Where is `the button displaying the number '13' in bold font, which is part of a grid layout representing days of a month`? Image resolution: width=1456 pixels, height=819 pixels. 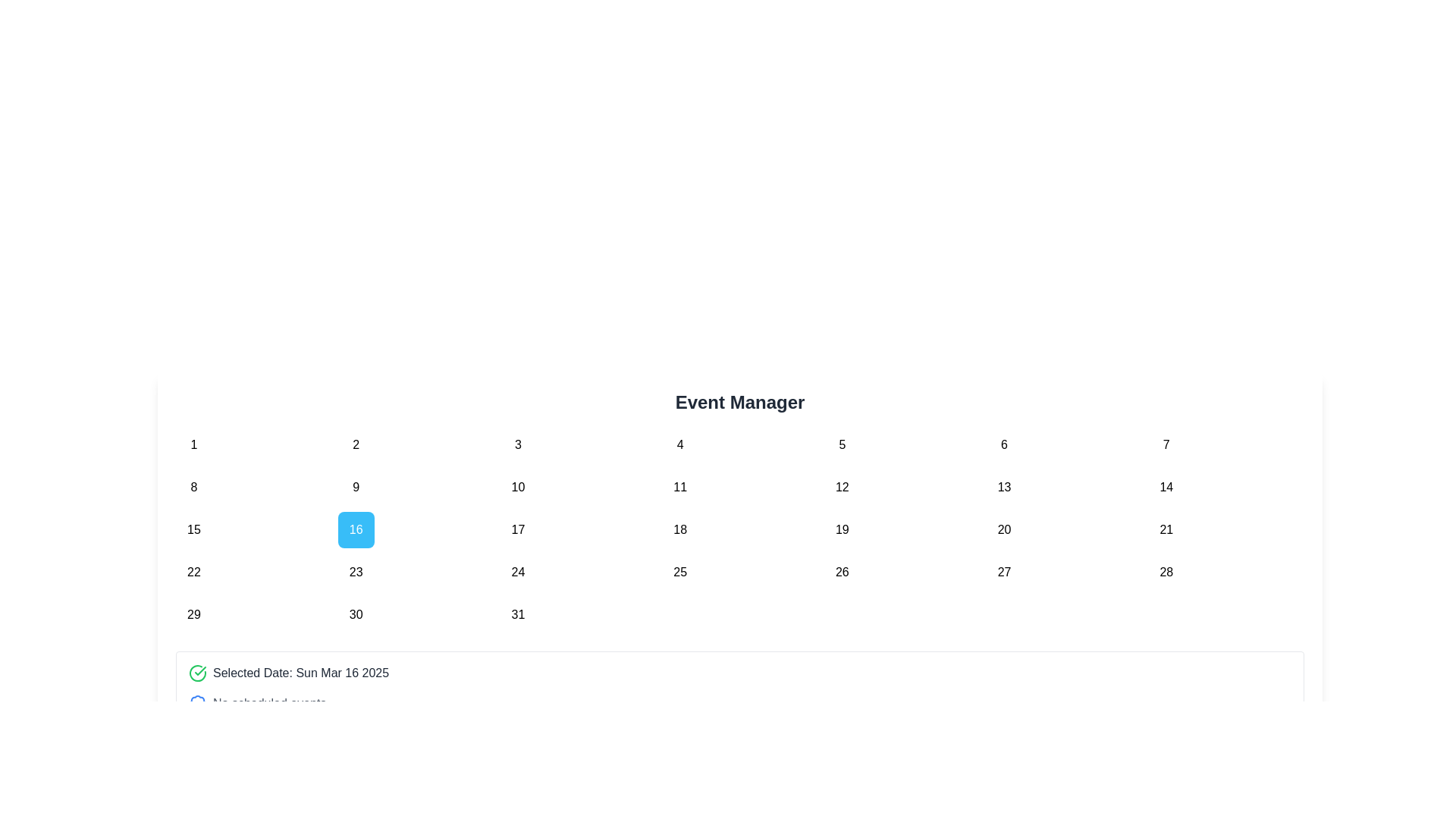
the button displaying the number '13' in bold font, which is part of a grid layout representing days of a month is located at coordinates (1004, 488).